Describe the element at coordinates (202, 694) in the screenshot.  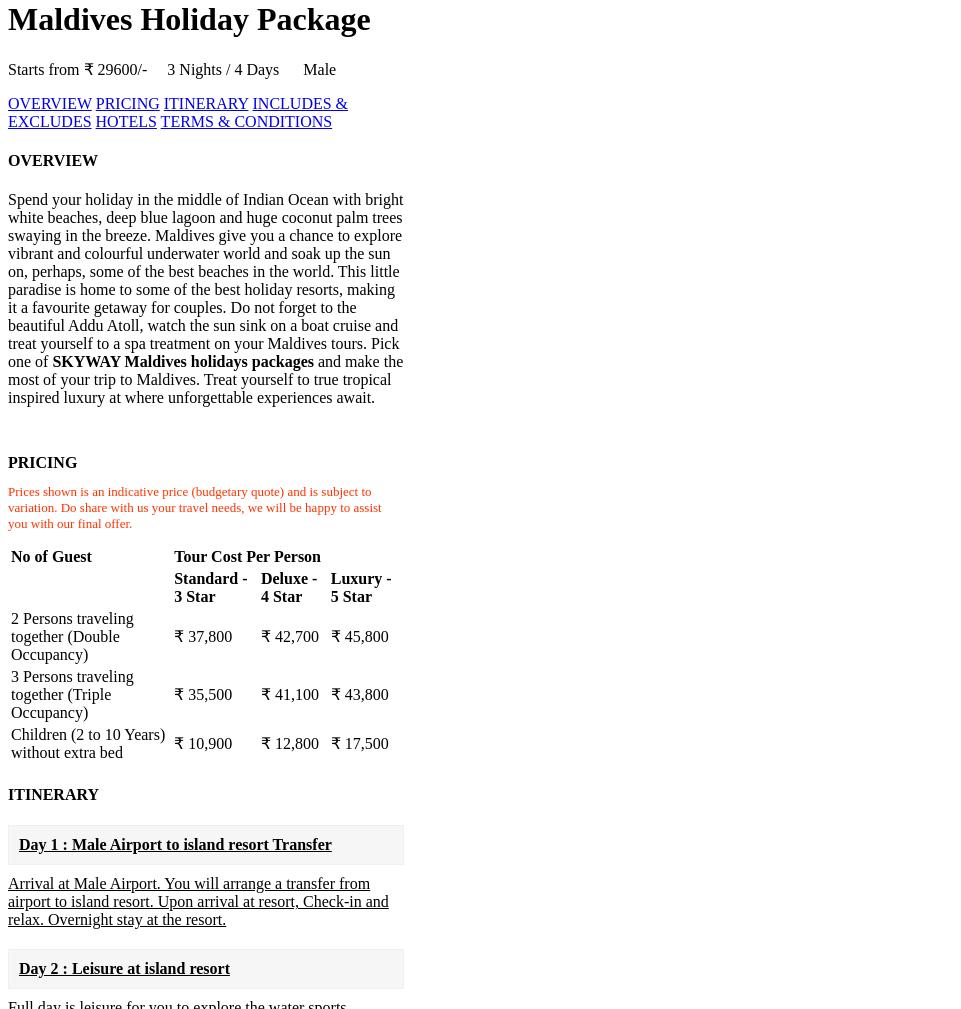
I see `'₹ 35,500'` at that location.